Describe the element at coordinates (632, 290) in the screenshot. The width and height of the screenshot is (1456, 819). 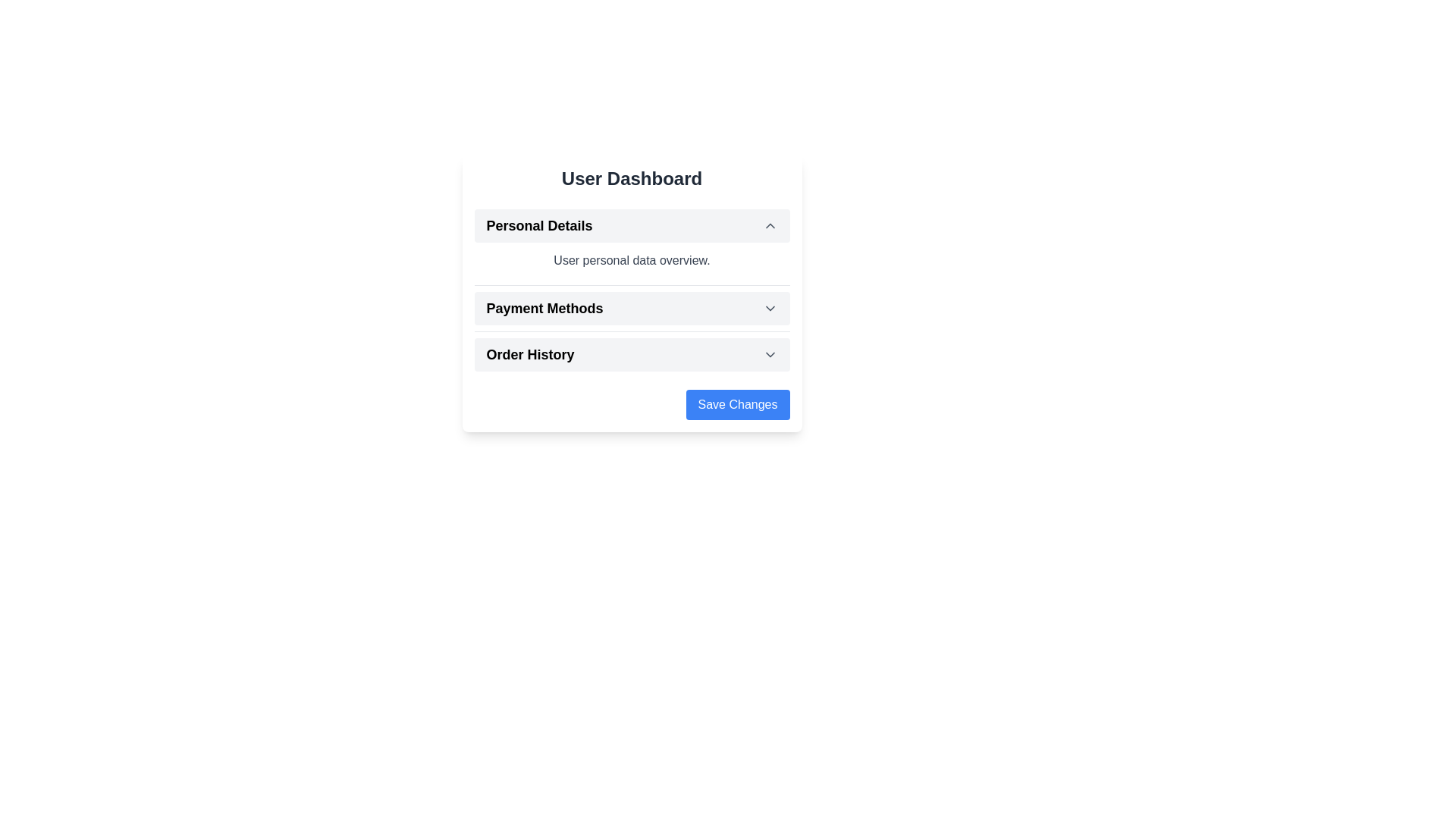
I see `the Collapsible Section List` at that location.